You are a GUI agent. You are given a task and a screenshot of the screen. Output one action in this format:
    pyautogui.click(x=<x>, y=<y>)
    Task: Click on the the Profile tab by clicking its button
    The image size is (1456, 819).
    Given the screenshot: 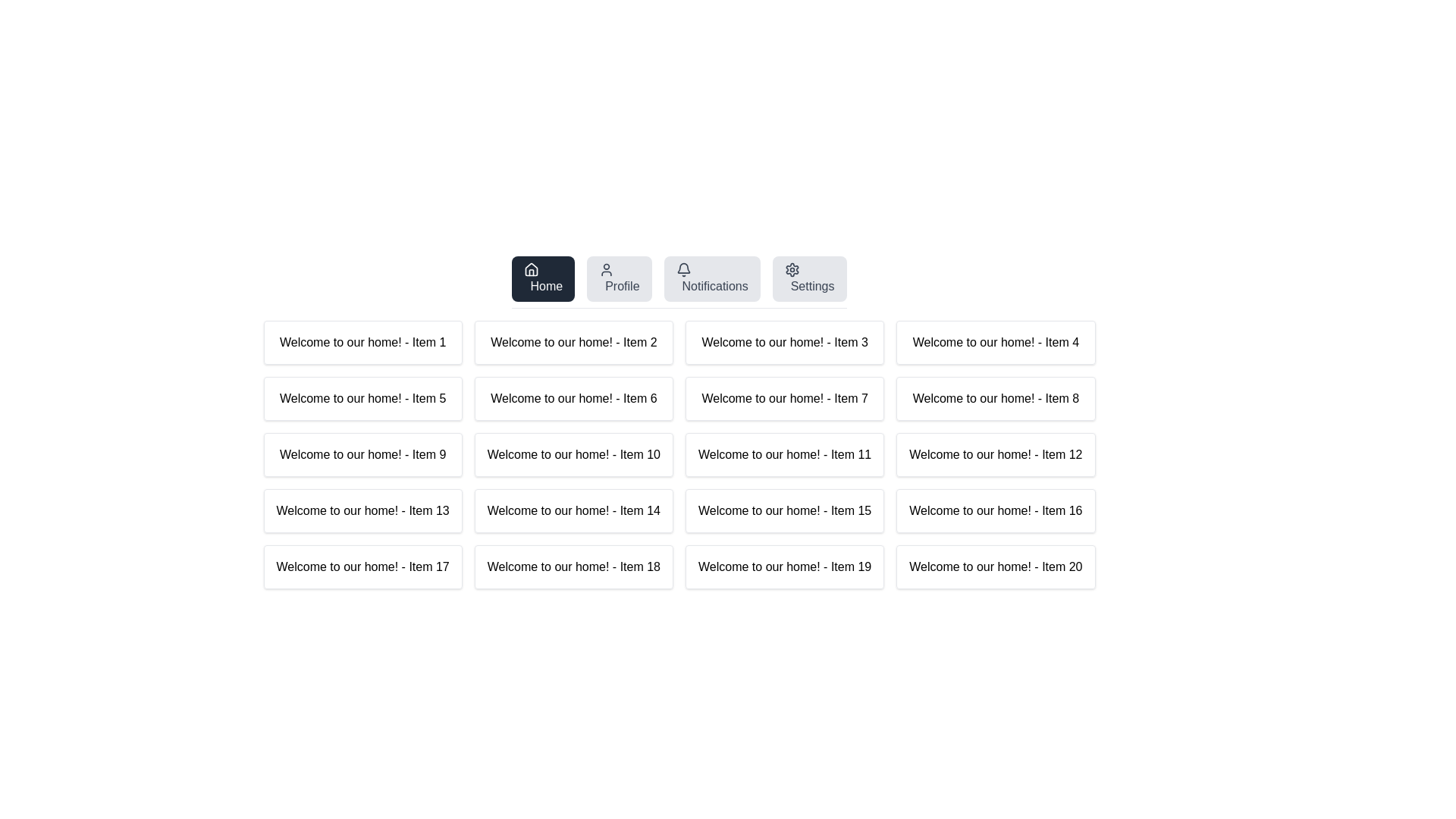 What is the action you would take?
    pyautogui.click(x=619, y=278)
    